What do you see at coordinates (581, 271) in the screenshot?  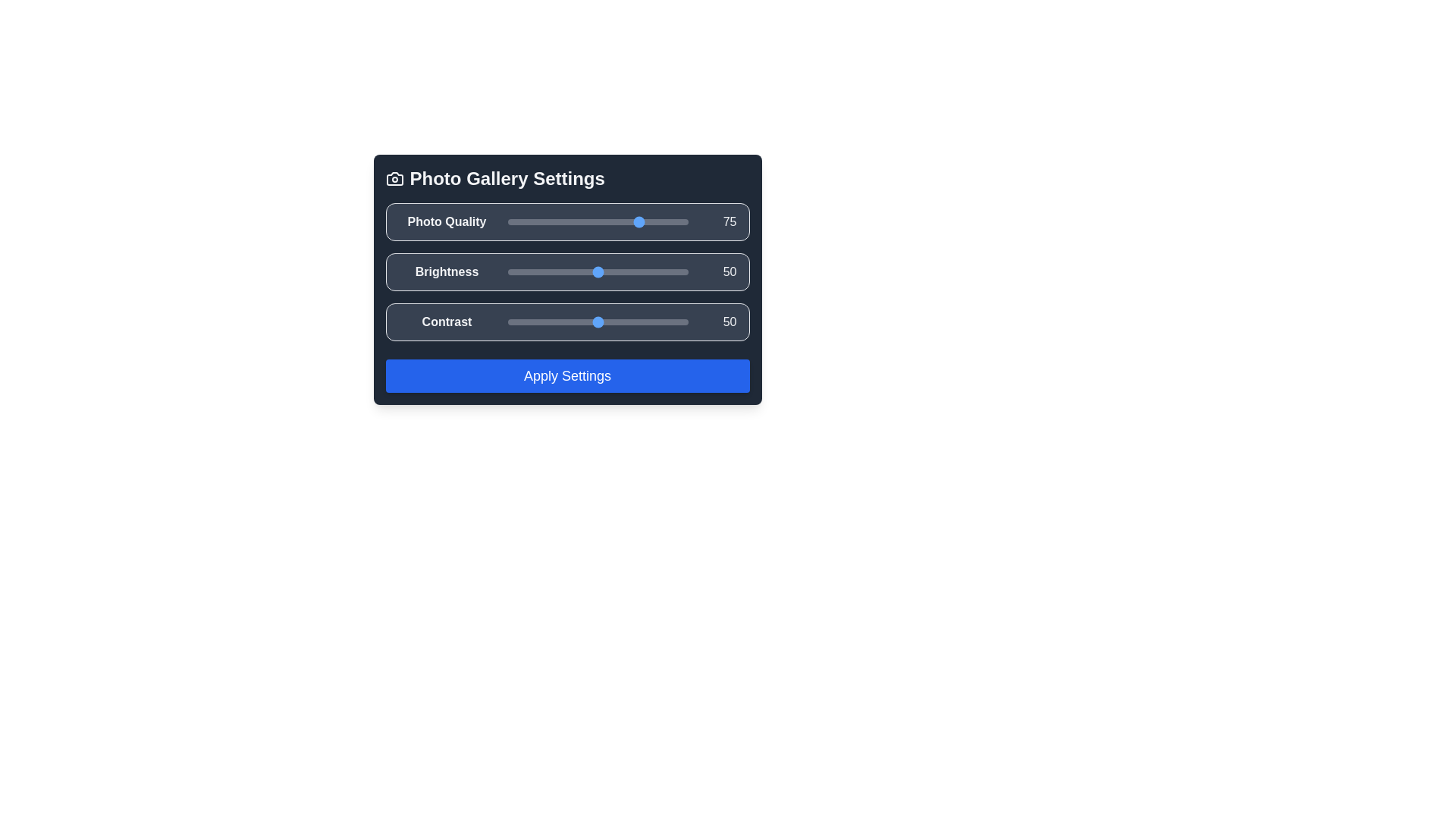 I see `brightness` at bounding box center [581, 271].